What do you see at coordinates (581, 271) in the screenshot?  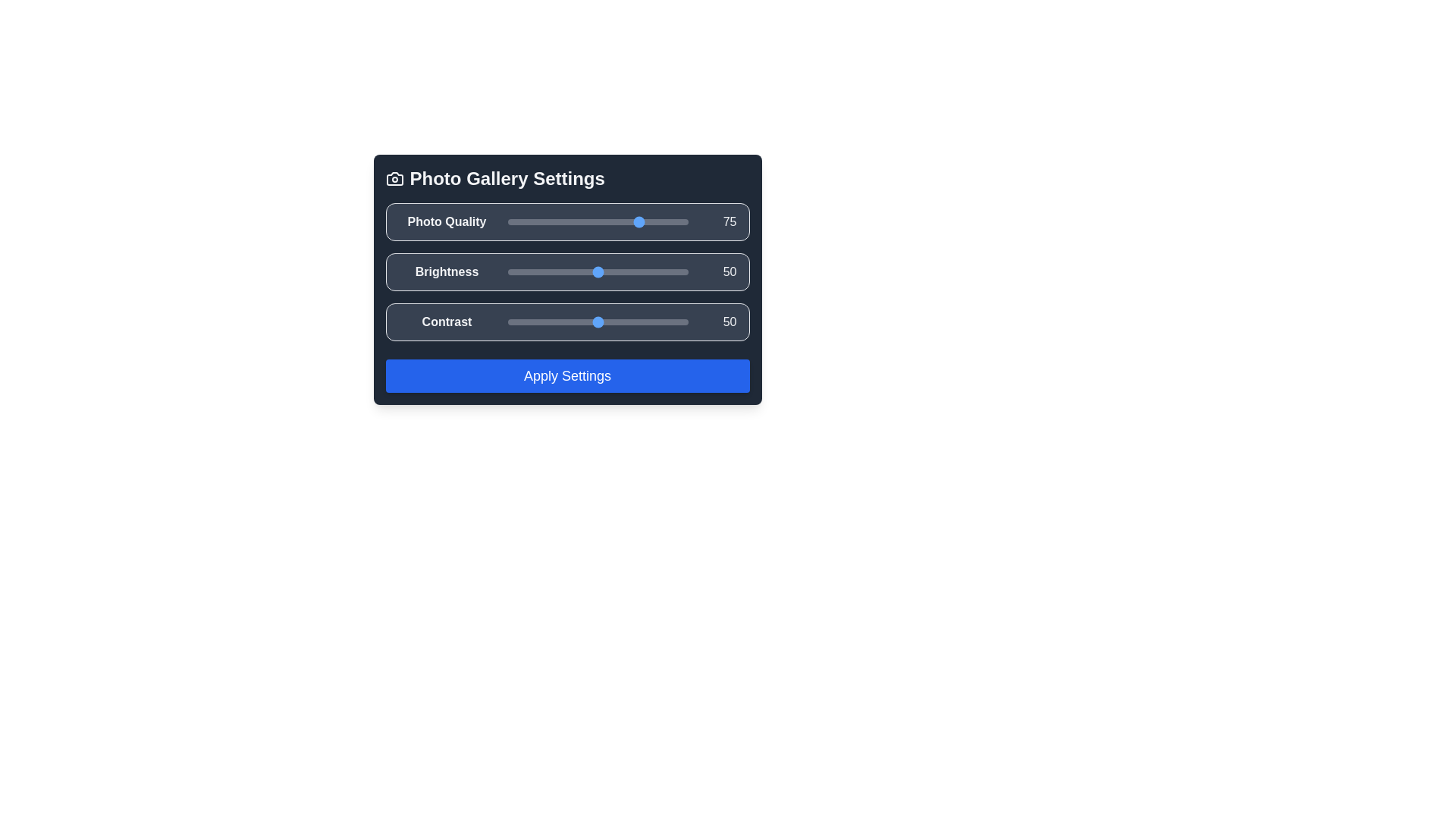 I see `brightness` at bounding box center [581, 271].